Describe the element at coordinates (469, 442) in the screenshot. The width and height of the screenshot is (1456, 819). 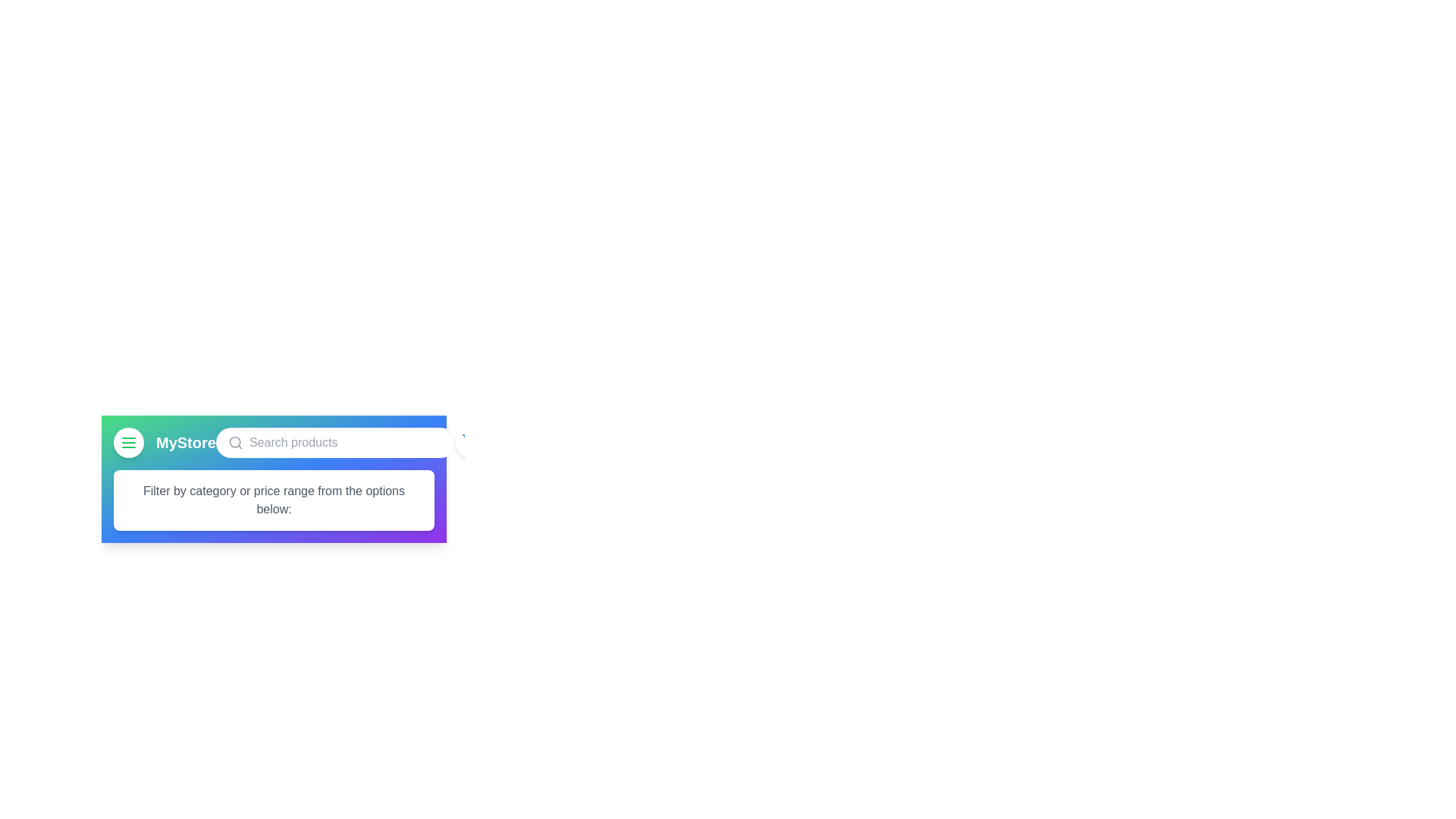
I see `the shopping cart button to view the cart` at that location.